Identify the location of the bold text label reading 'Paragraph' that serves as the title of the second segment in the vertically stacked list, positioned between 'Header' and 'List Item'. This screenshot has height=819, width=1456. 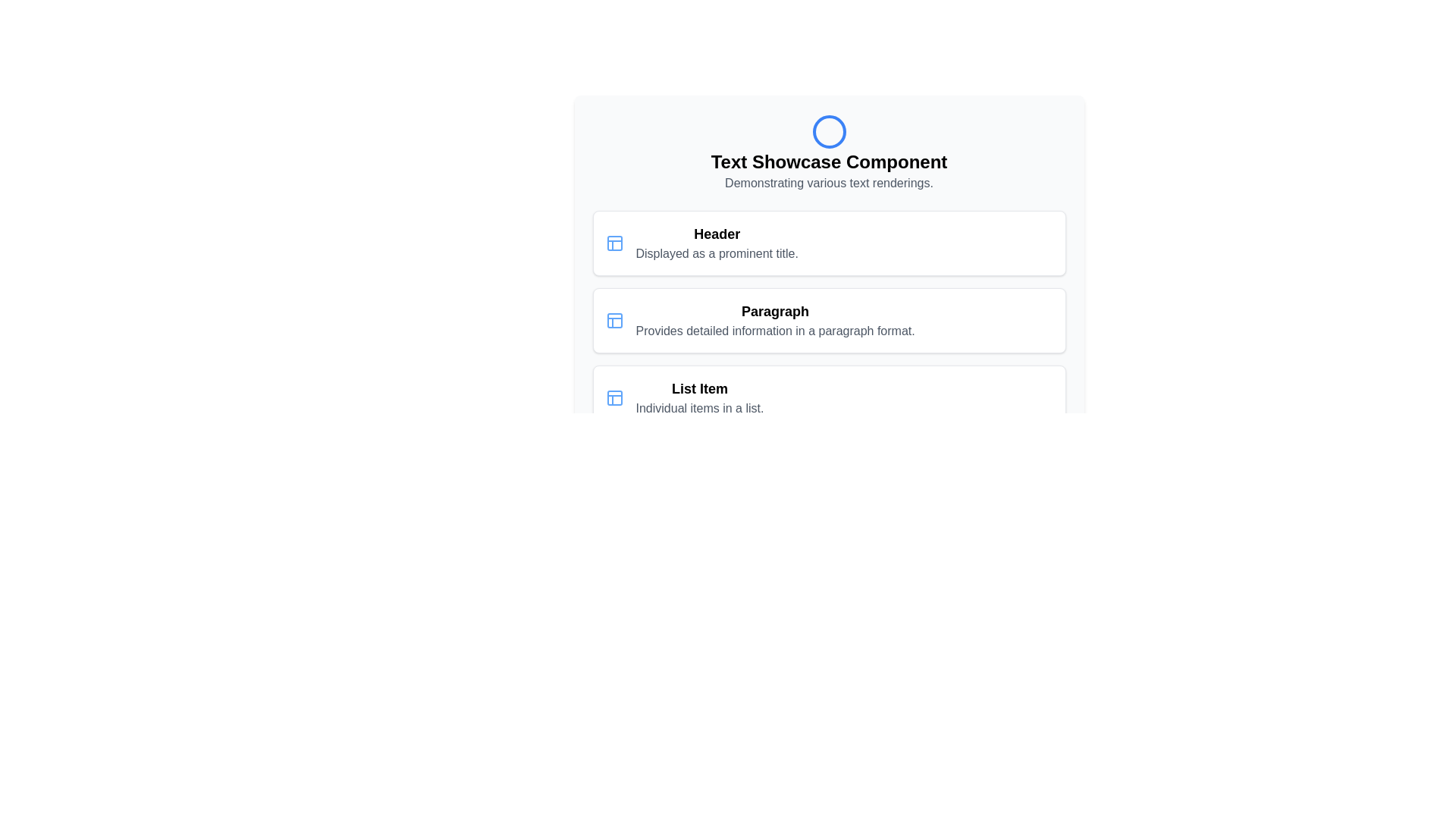
(775, 311).